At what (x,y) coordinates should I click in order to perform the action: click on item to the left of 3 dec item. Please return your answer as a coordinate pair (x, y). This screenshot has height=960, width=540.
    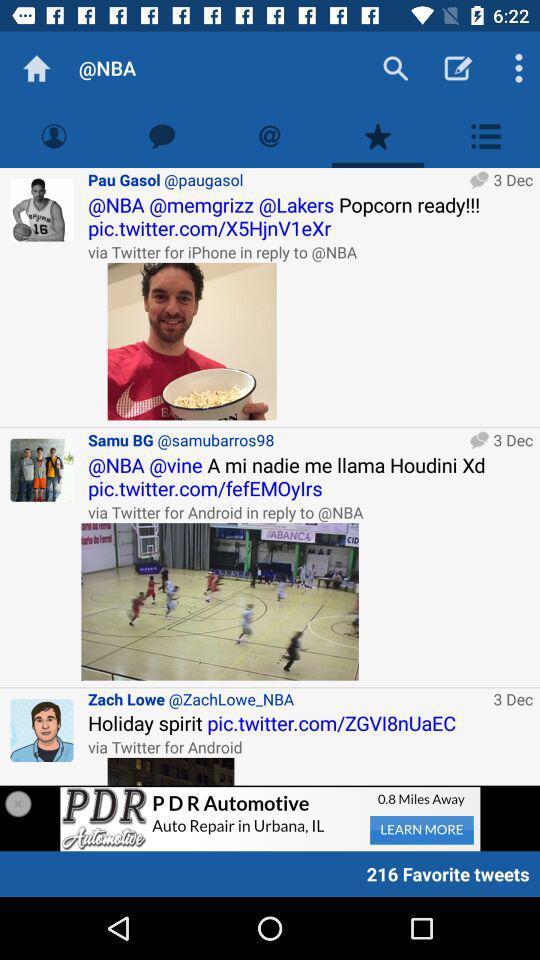
    Looking at the image, I should click on (286, 699).